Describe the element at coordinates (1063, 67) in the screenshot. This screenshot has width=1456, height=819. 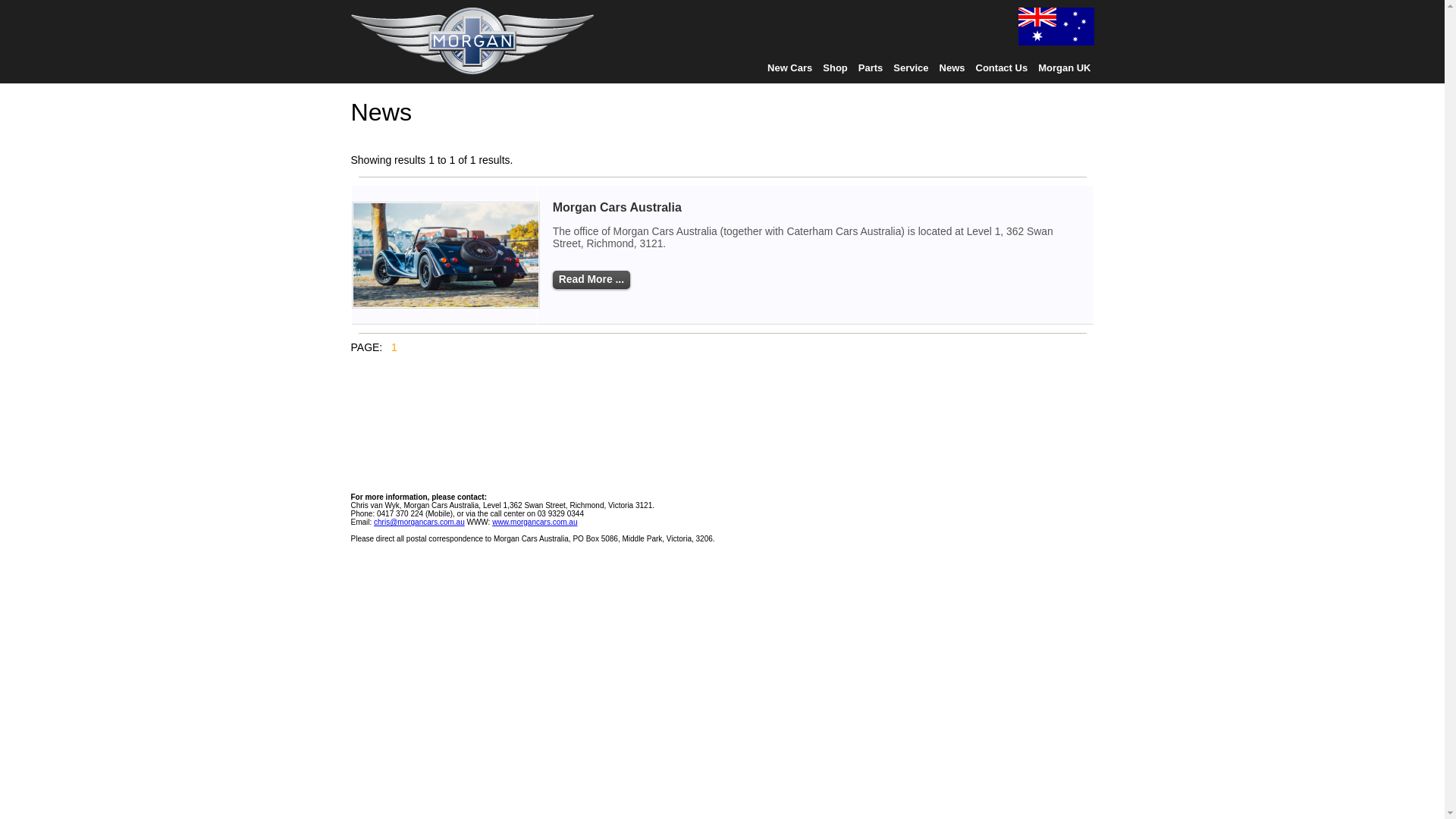
I see `'Morgan UK'` at that location.